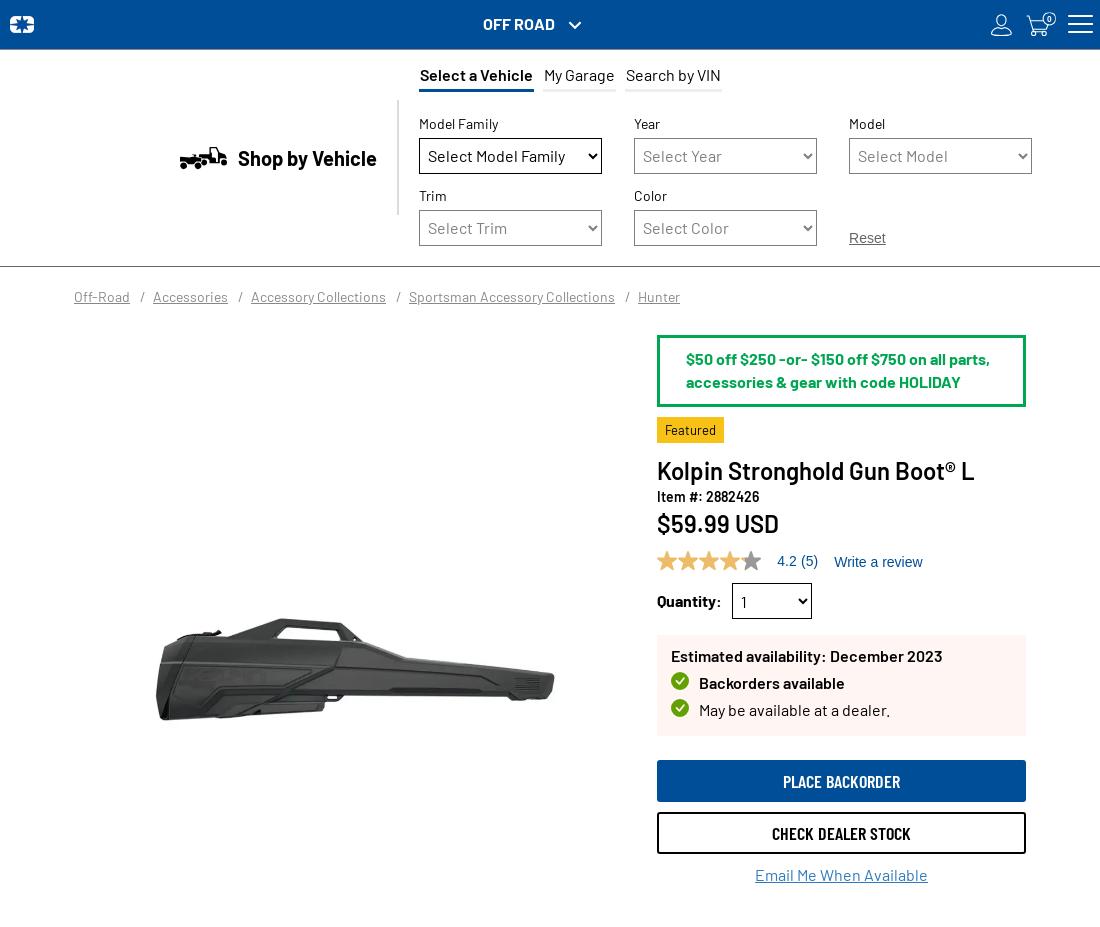 This screenshot has width=1100, height=927. I want to click on '0', so click(1048, 16).